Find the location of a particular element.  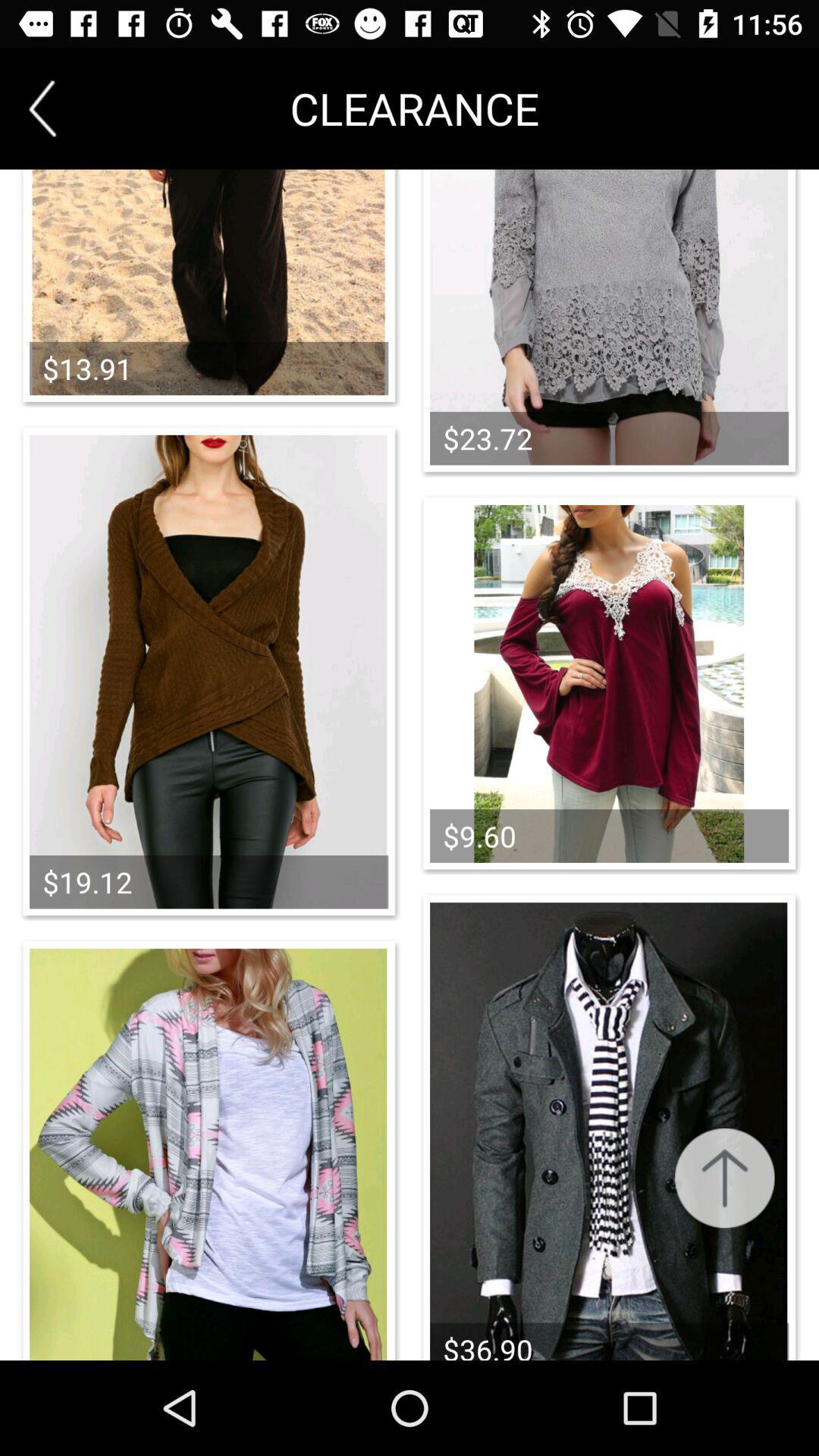

scroll up is located at coordinates (723, 1177).